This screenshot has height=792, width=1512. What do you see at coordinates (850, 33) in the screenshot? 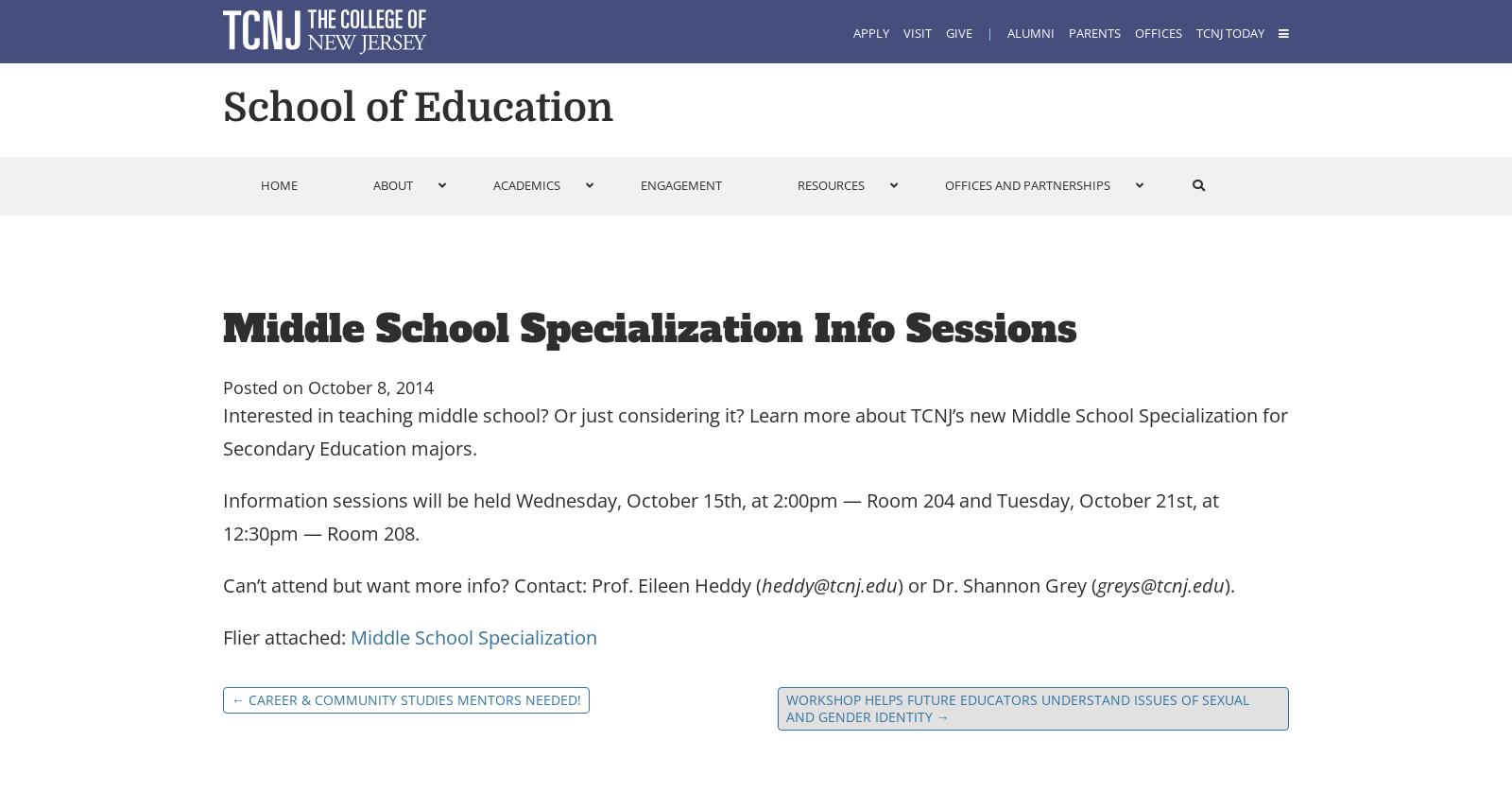
I see `'Apply'` at bounding box center [850, 33].